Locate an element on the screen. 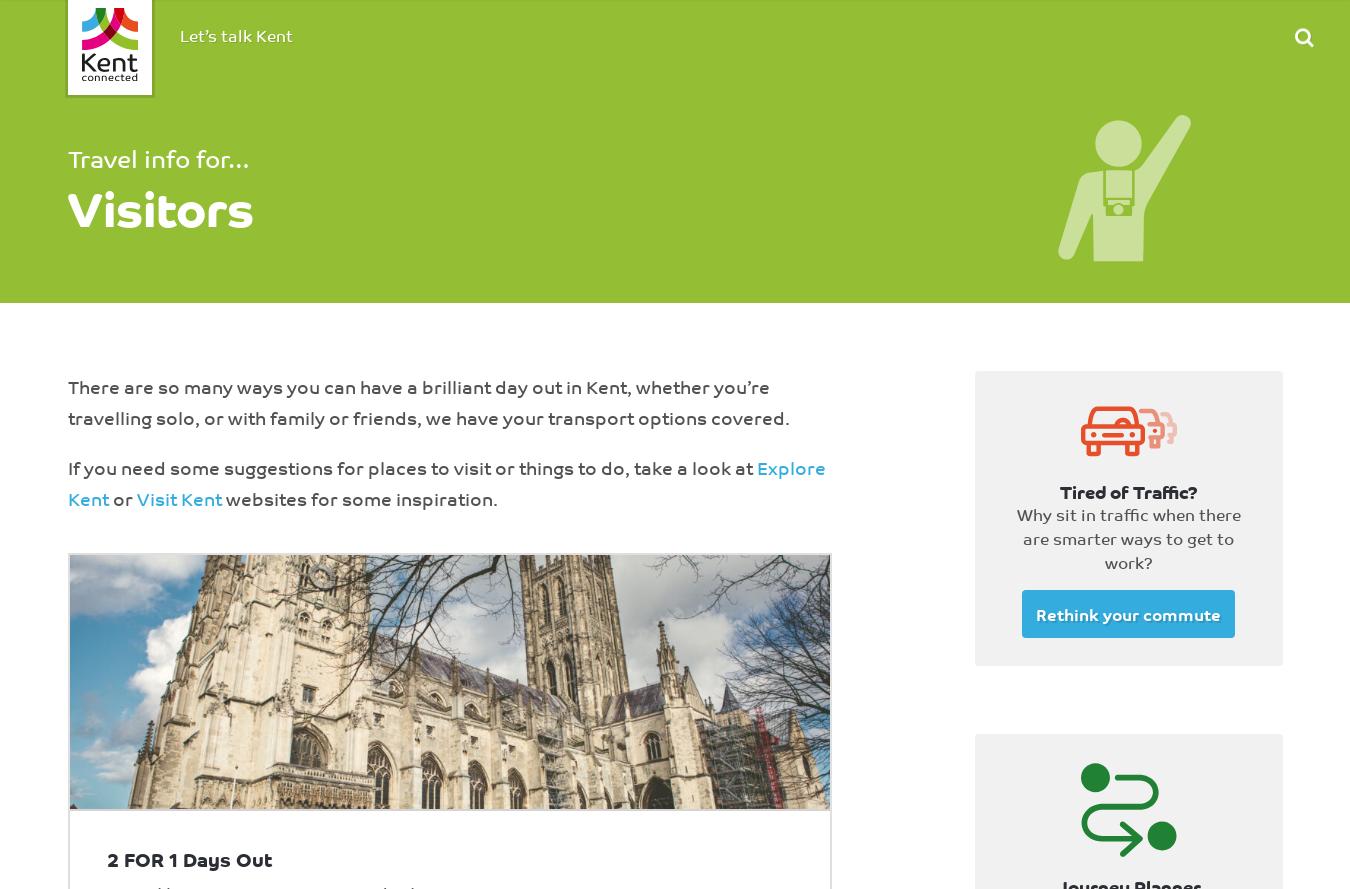 The height and width of the screenshot is (889, 1350). 'websites for some inspiration.' is located at coordinates (358, 497).